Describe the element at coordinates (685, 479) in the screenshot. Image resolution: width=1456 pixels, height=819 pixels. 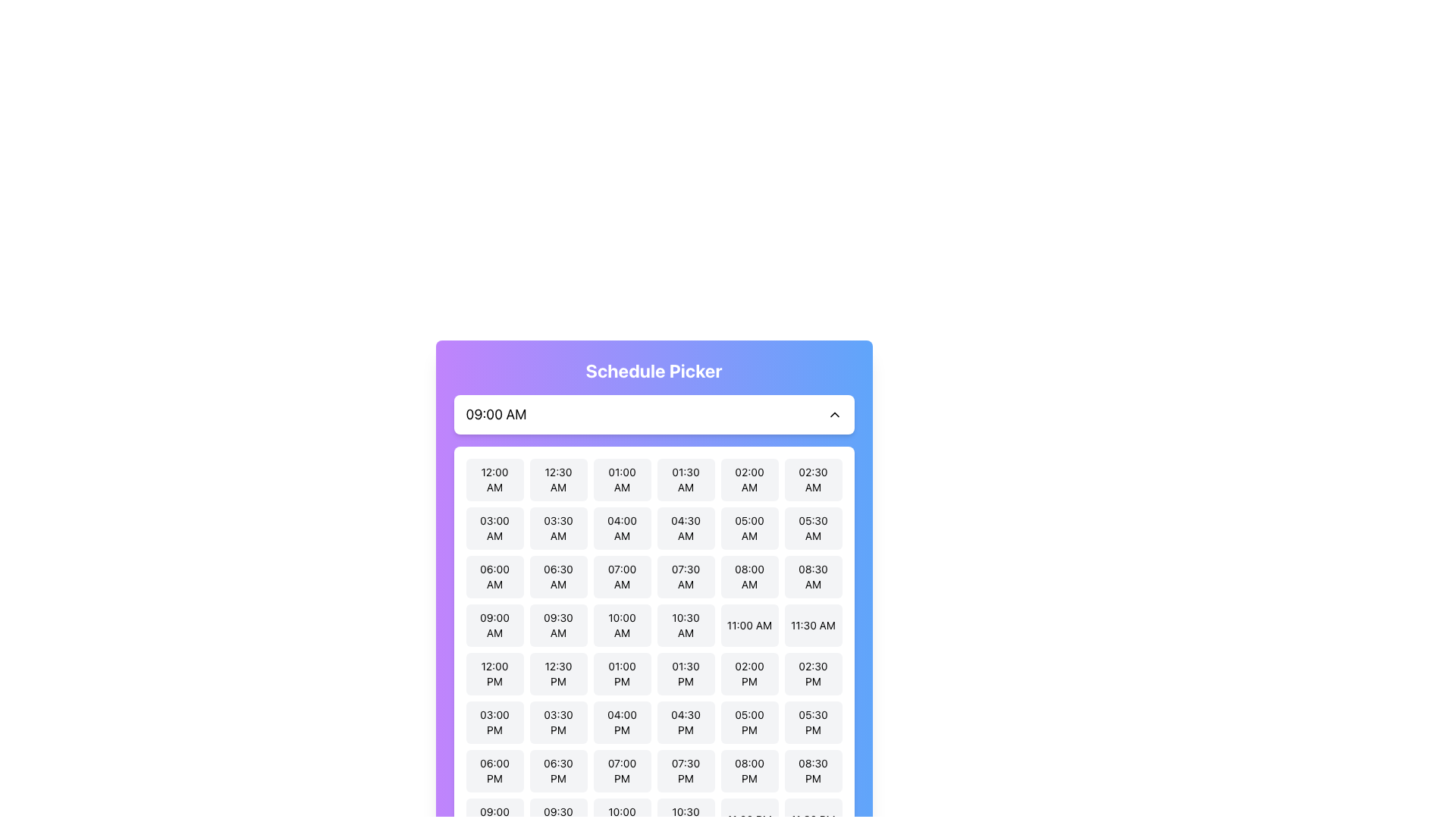
I see `the selectable time slot button for '01:30 AM' in the Schedule Picker` at that location.